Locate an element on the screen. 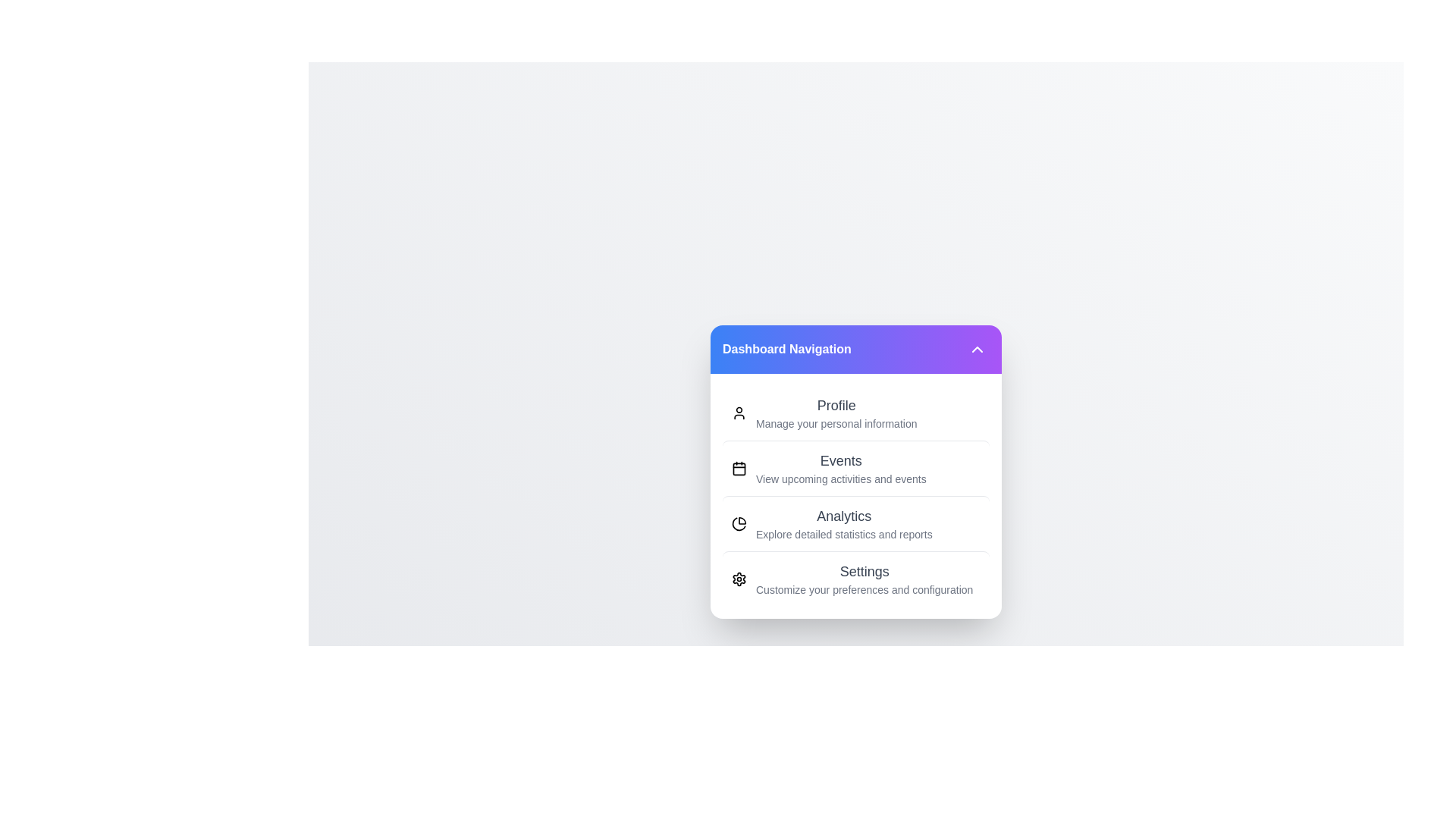  the menu option Profile is located at coordinates (855, 413).